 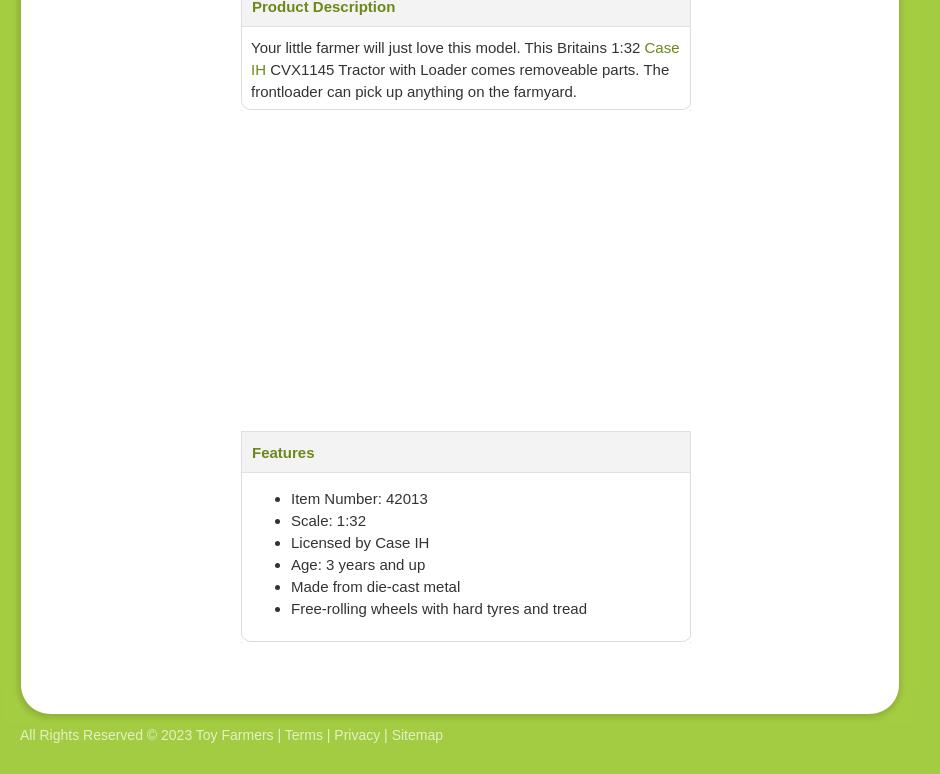 I want to click on 'Case IH', so click(x=464, y=57).